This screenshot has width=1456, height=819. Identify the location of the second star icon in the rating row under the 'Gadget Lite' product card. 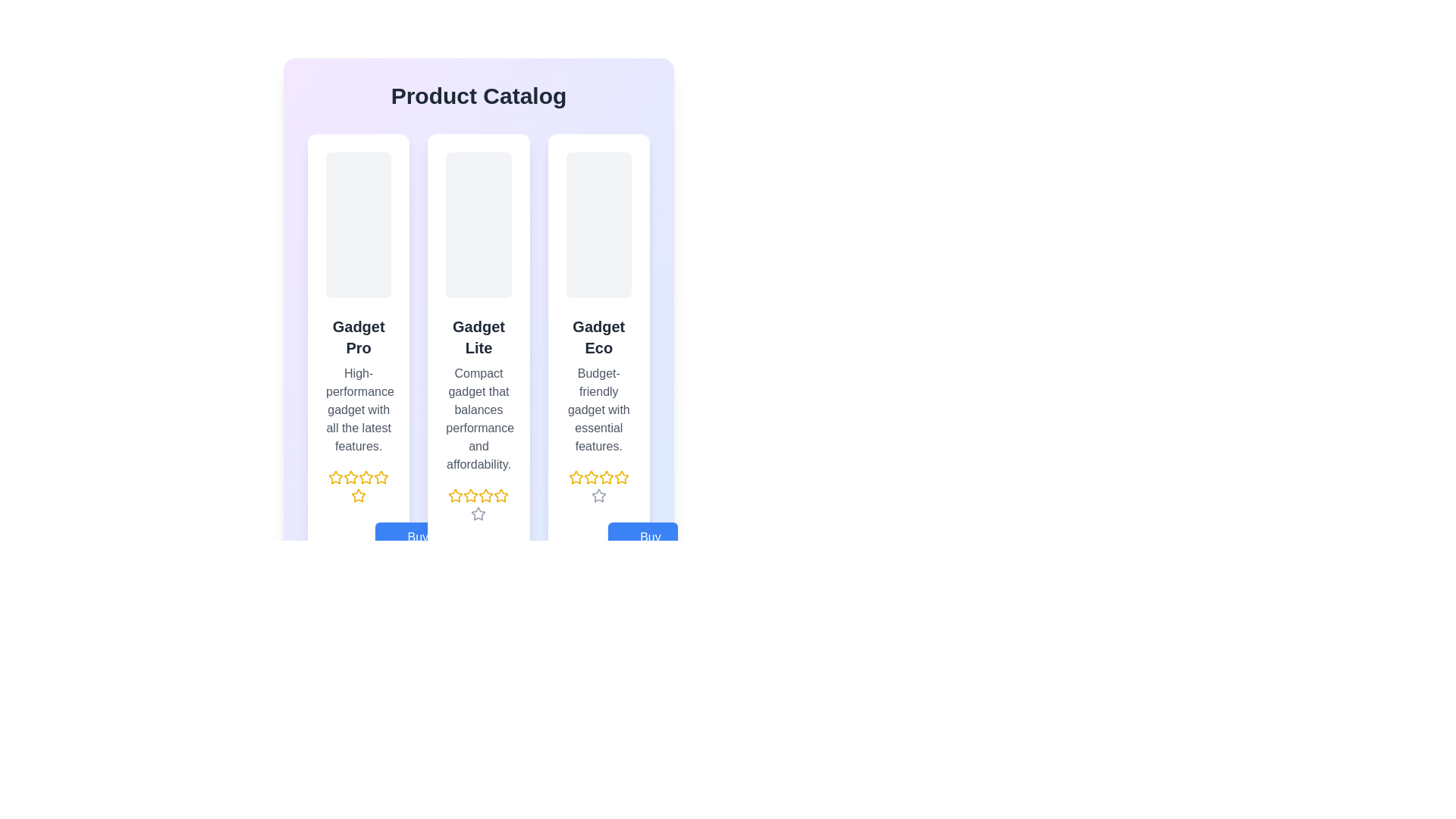
(478, 513).